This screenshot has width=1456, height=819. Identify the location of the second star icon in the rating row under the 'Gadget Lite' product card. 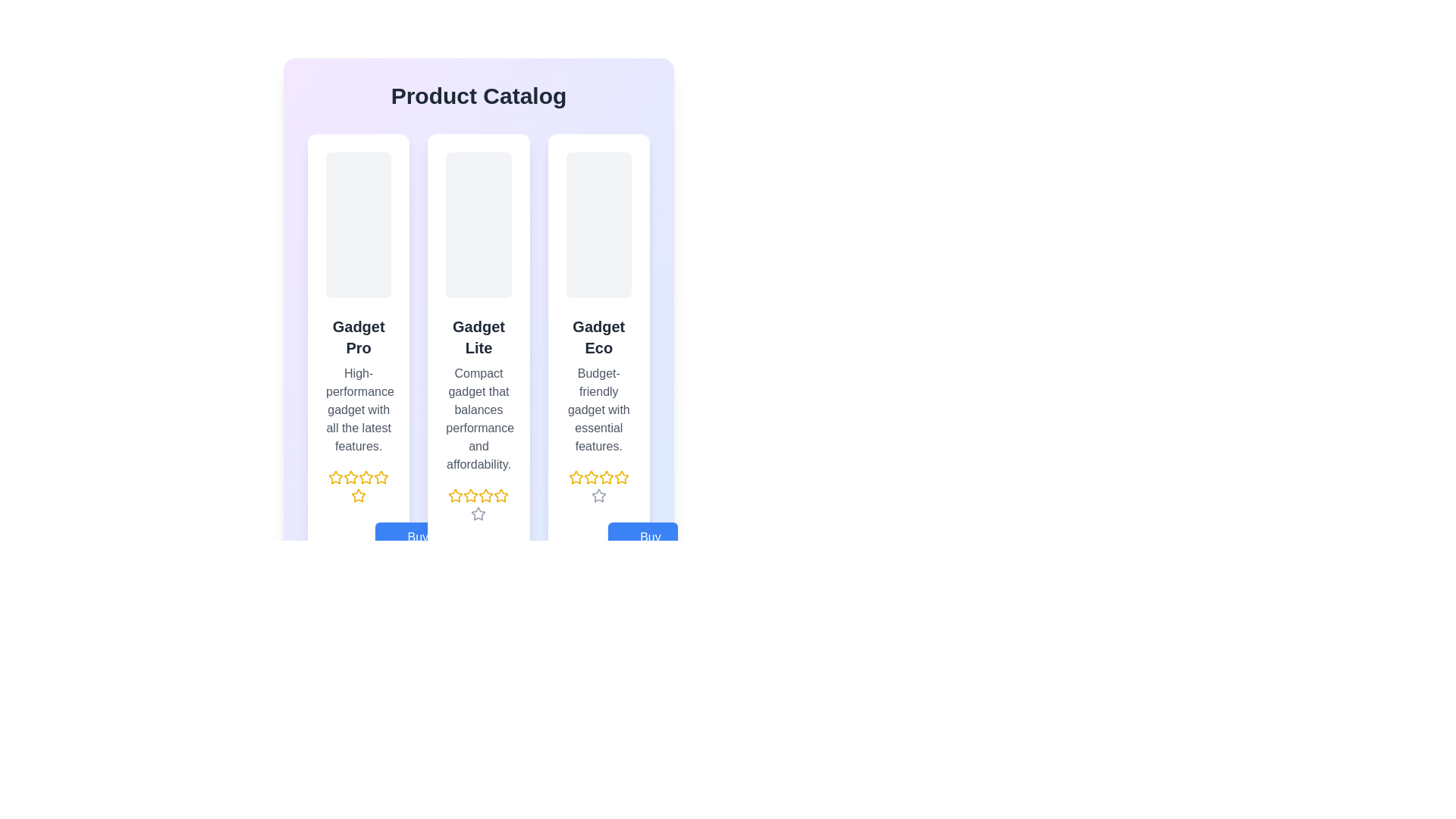
(478, 513).